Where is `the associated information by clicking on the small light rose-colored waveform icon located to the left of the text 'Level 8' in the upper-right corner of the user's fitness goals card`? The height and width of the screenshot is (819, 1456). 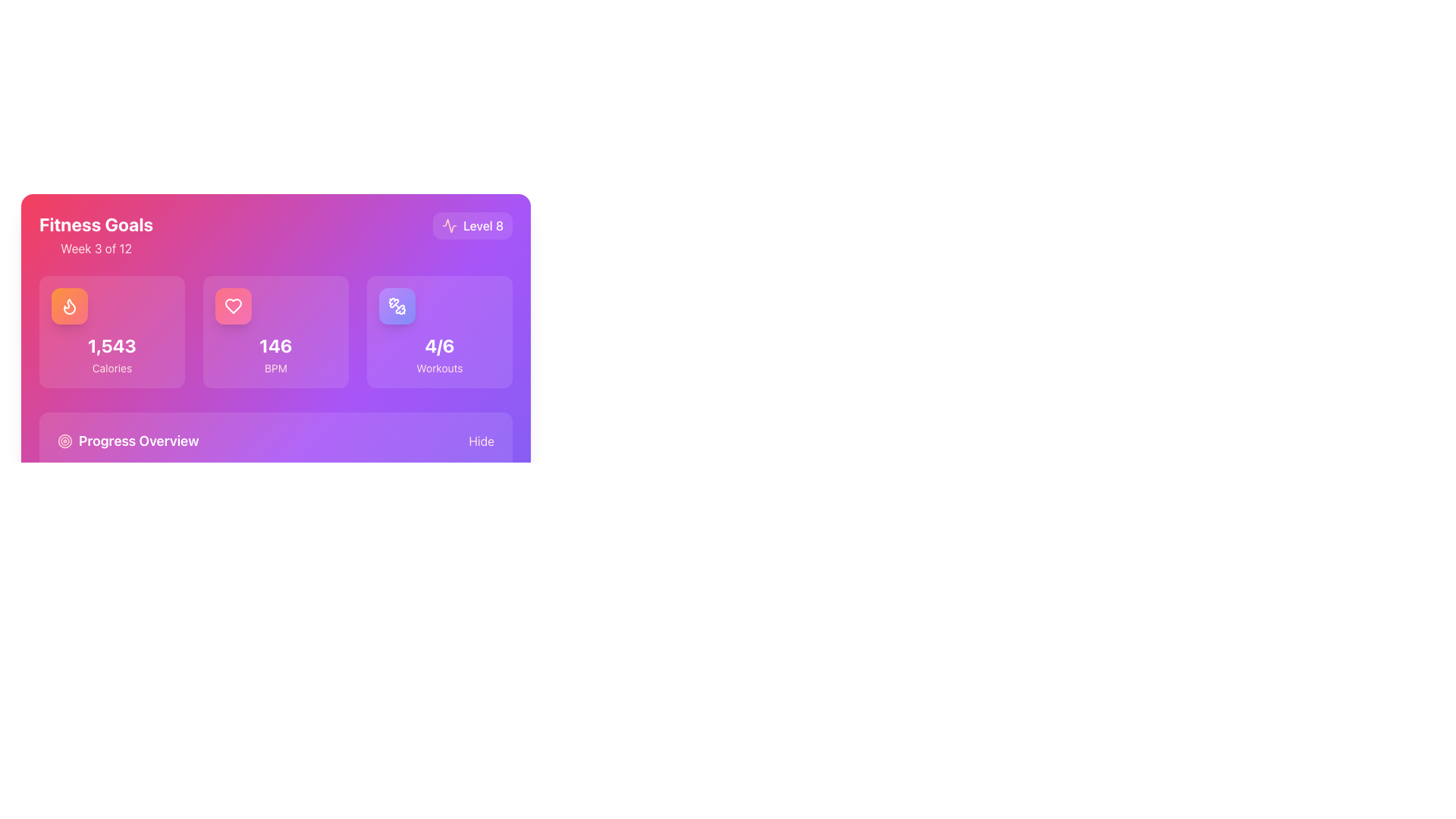
the associated information by clicking on the small light rose-colored waveform icon located to the left of the text 'Level 8' in the upper-right corner of the user's fitness goals card is located at coordinates (449, 225).